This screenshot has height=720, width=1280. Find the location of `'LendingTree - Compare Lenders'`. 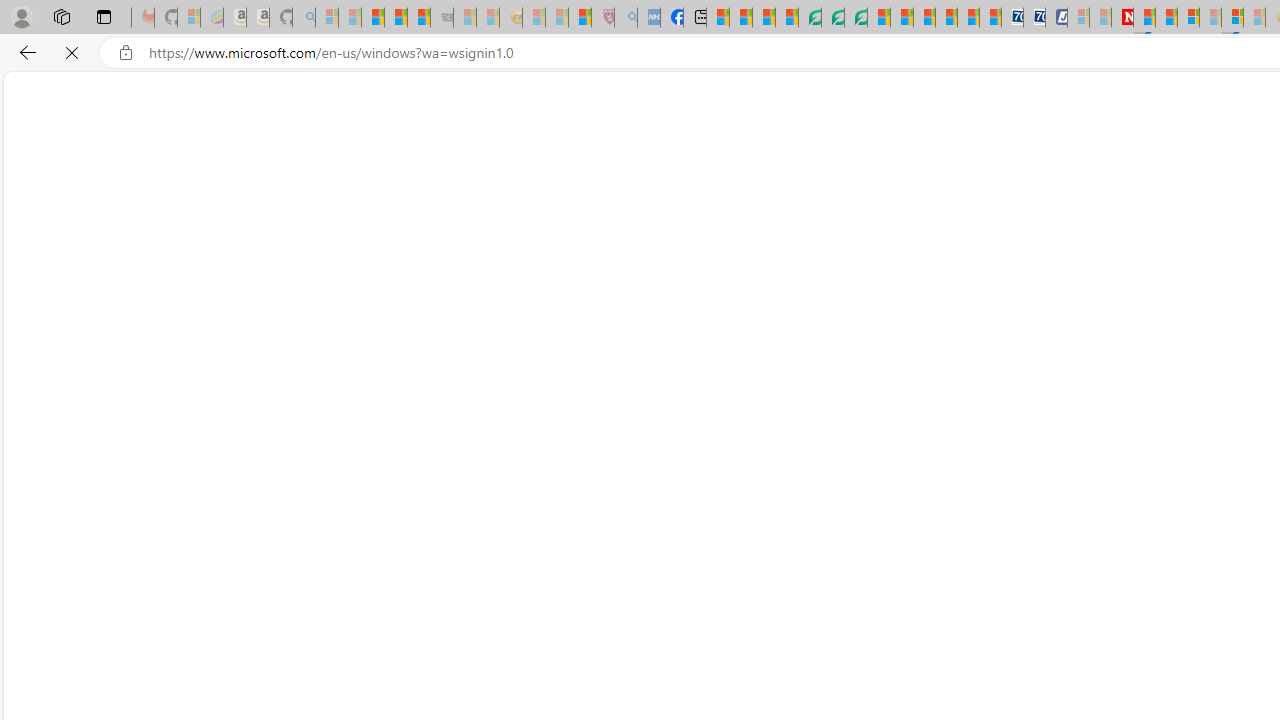

'LendingTree - Compare Lenders' is located at coordinates (809, 17).